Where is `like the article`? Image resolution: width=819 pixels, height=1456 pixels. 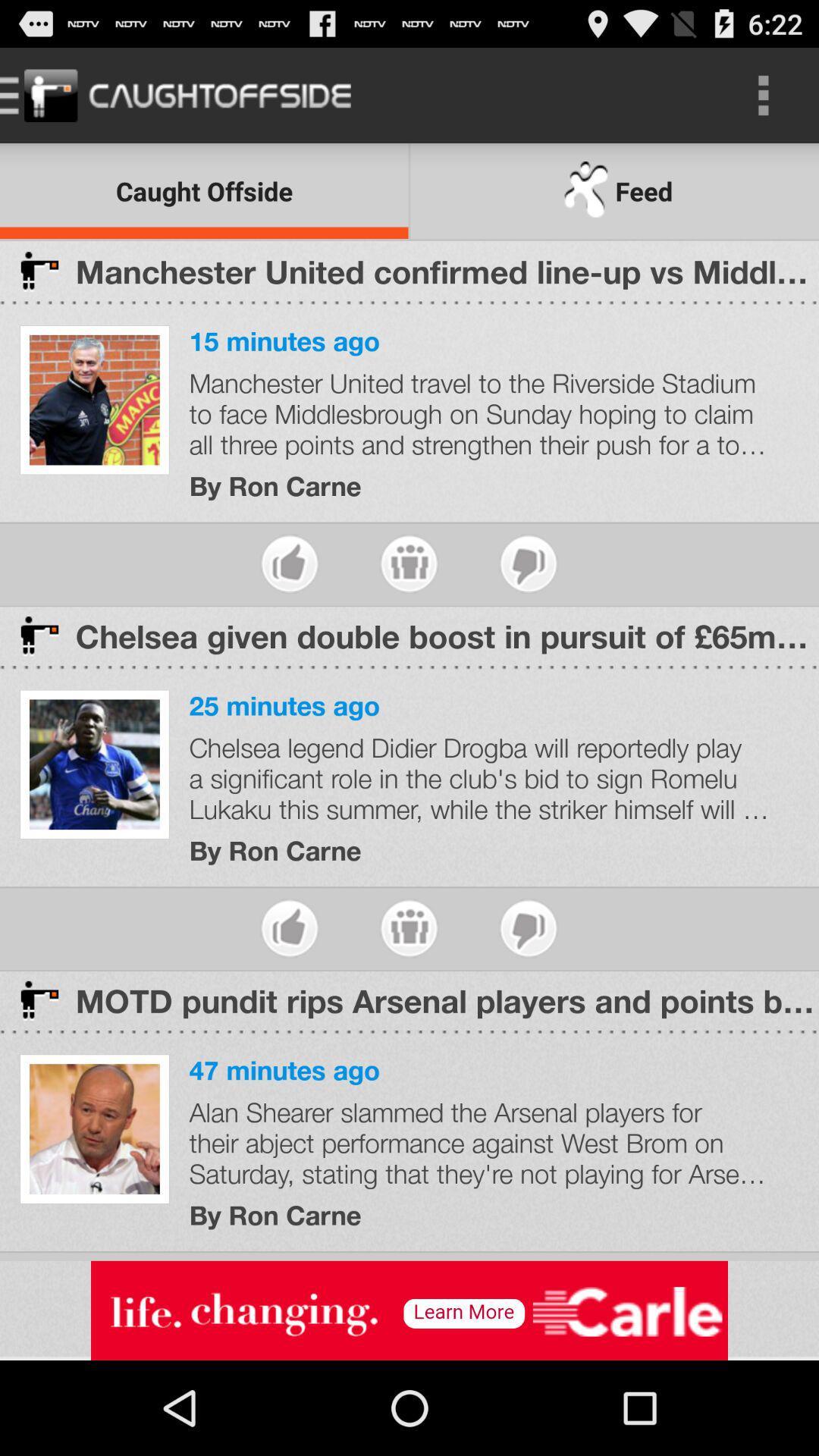 like the article is located at coordinates (290, 563).